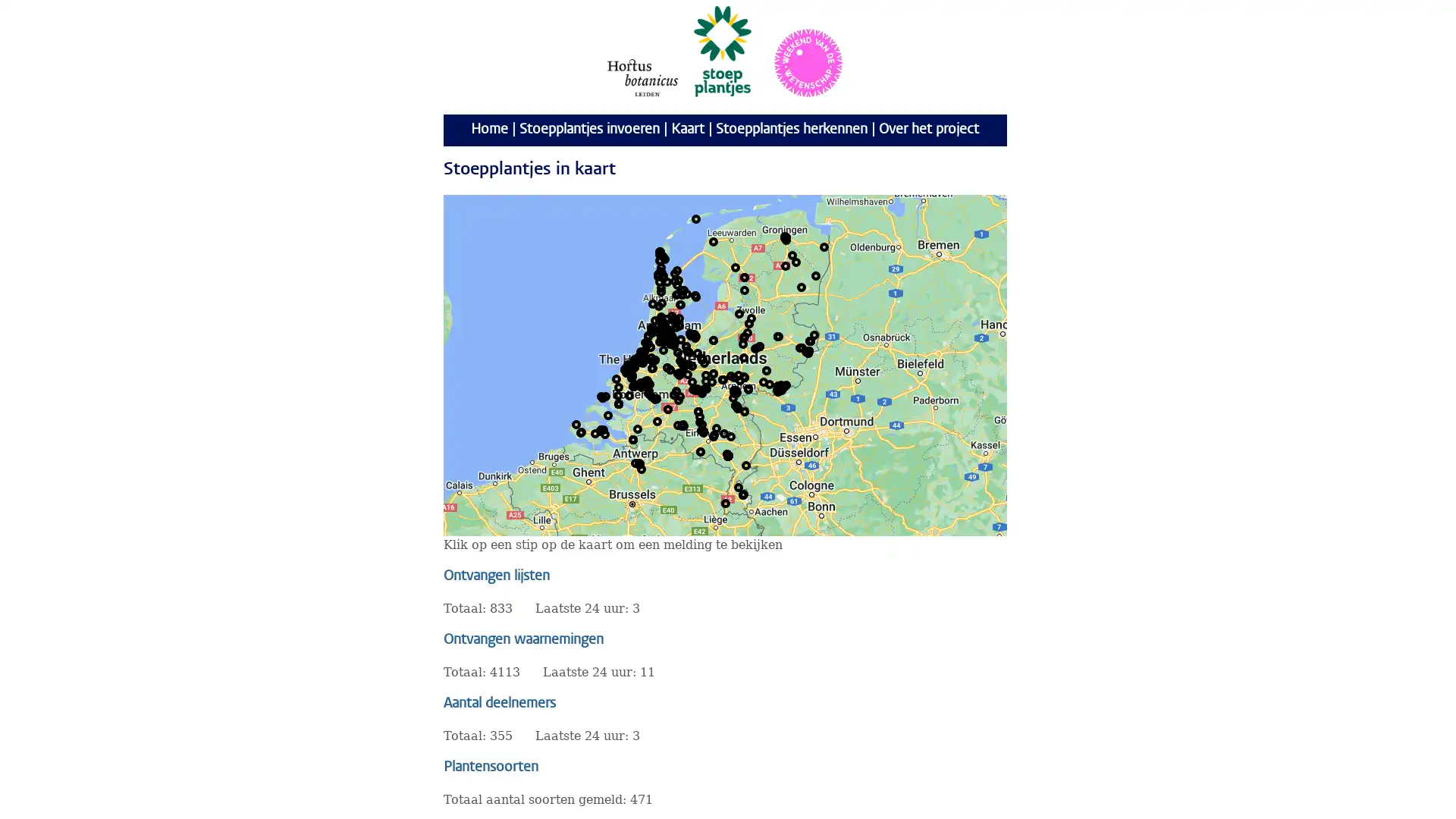  I want to click on Telling van op 06 oktober 2021, so click(677, 280).